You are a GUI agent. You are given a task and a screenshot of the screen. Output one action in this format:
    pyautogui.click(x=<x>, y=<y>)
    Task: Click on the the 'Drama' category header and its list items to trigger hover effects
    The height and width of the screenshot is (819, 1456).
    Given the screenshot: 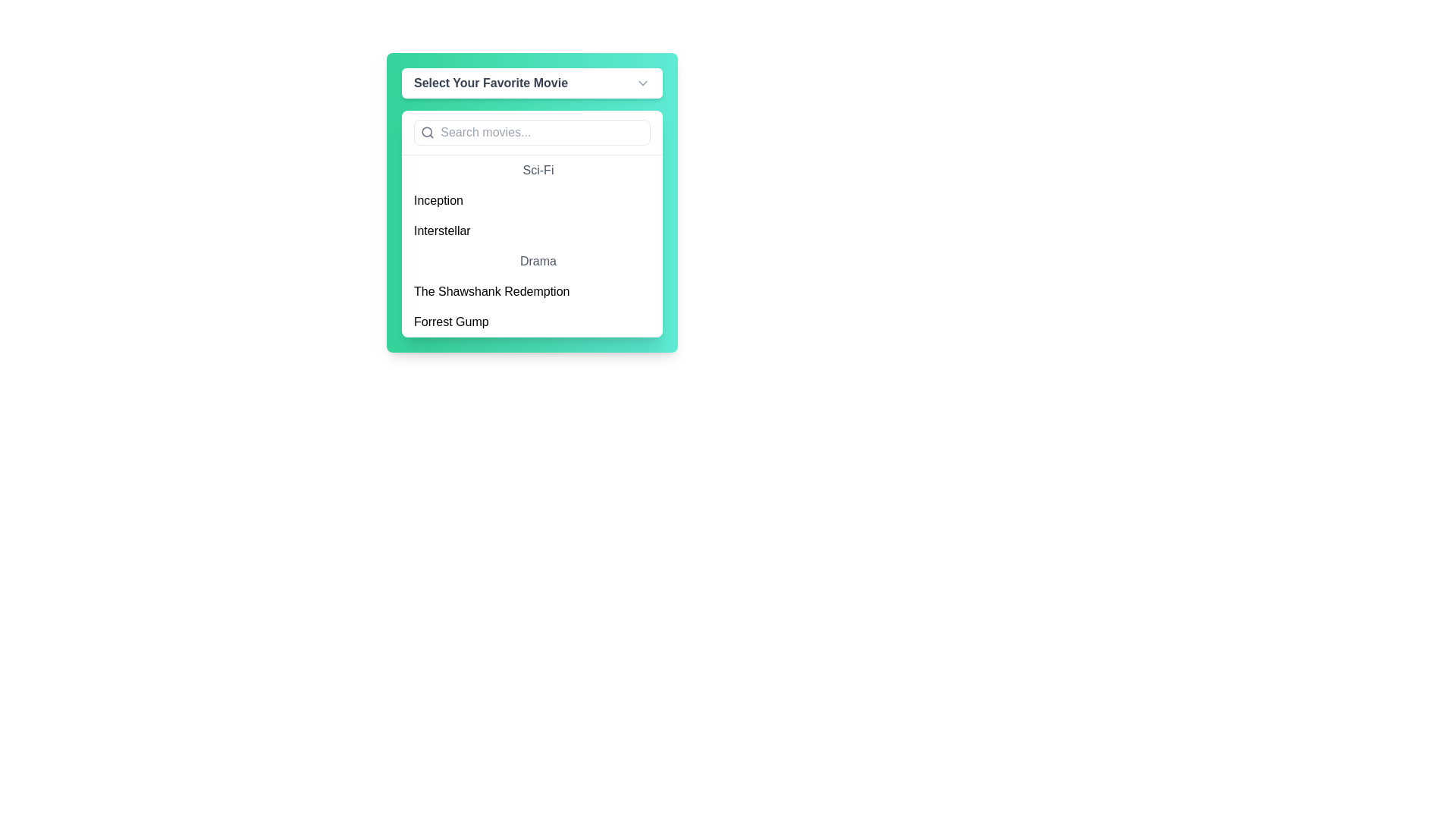 What is the action you would take?
    pyautogui.click(x=532, y=292)
    